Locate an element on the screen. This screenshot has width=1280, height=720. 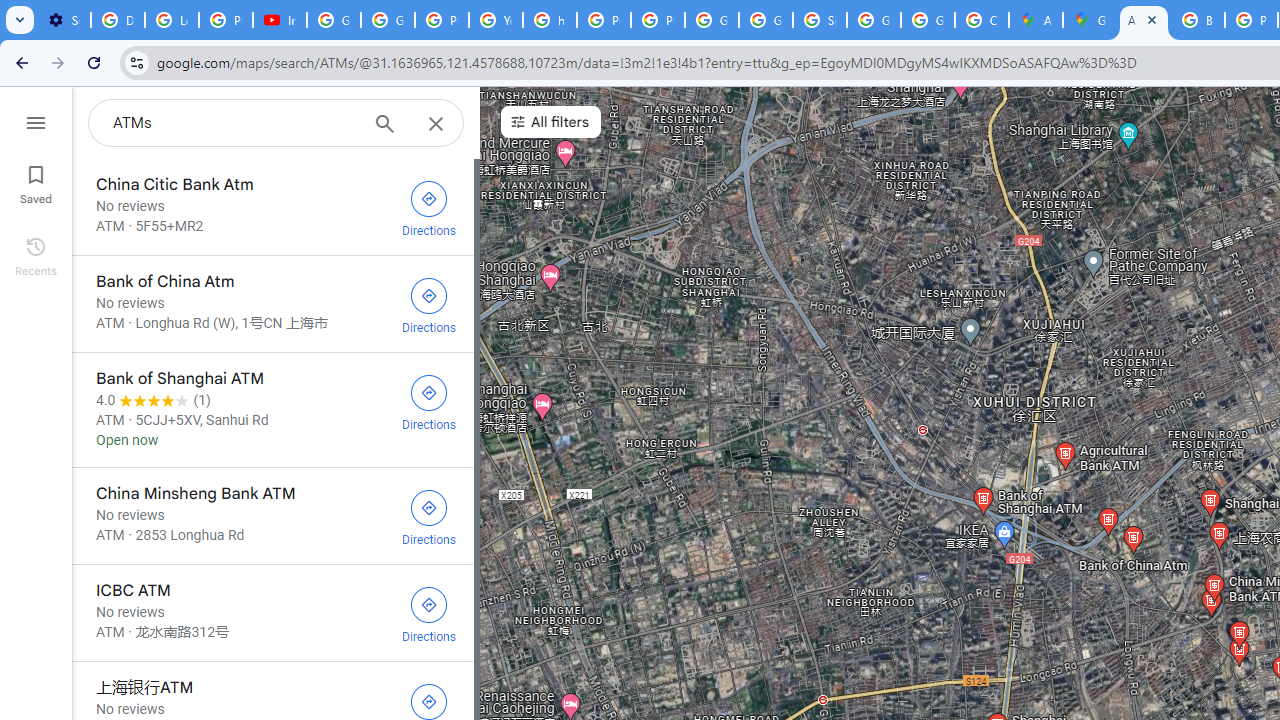
'ATMs - Google Maps' is located at coordinates (1144, 20).